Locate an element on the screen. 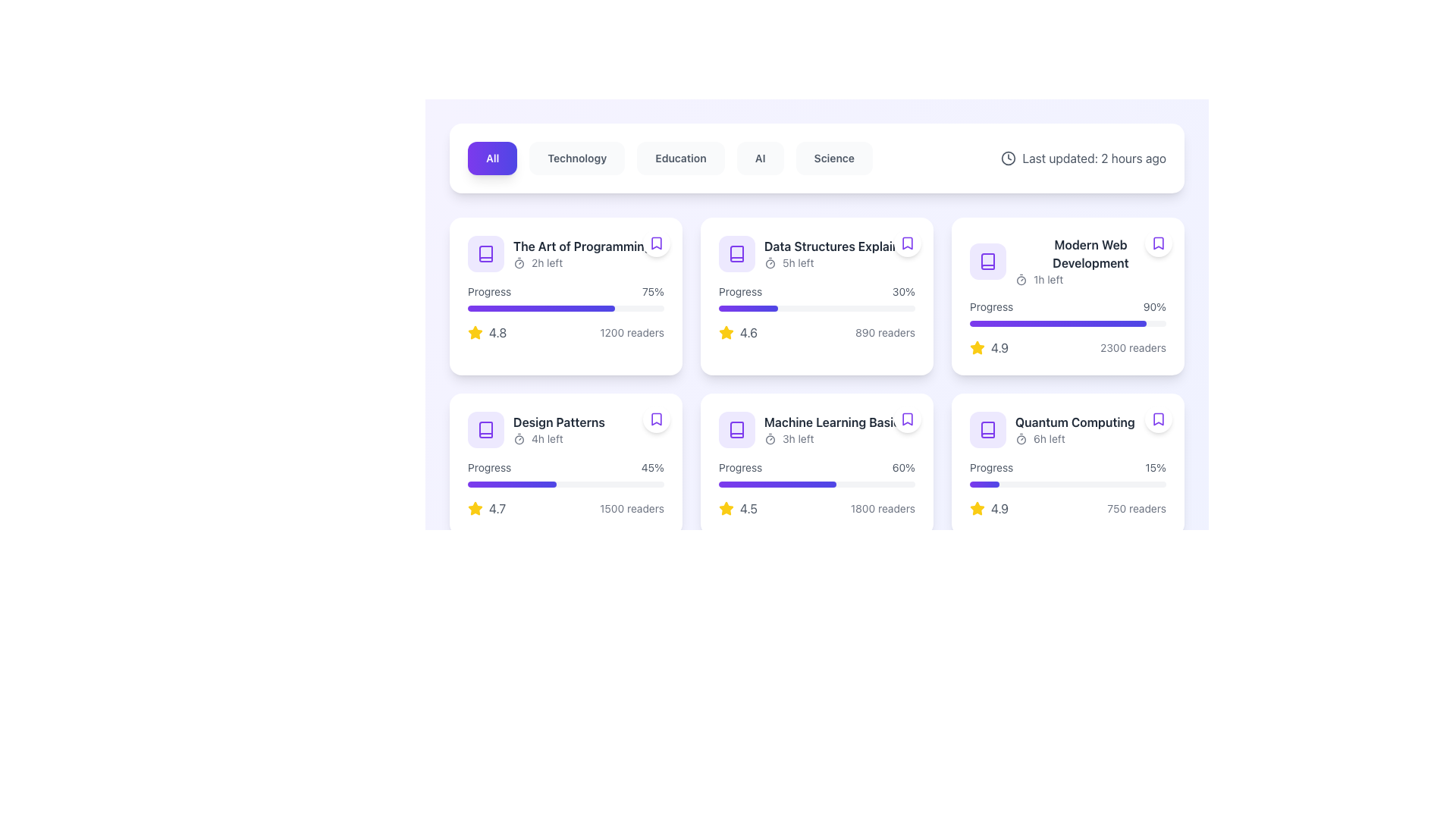 This screenshot has width=1456, height=819. the book icon located at the top-left corner of the card titled 'The Art of Programming', which is displayed on a square violet background is located at coordinates (486, 253).